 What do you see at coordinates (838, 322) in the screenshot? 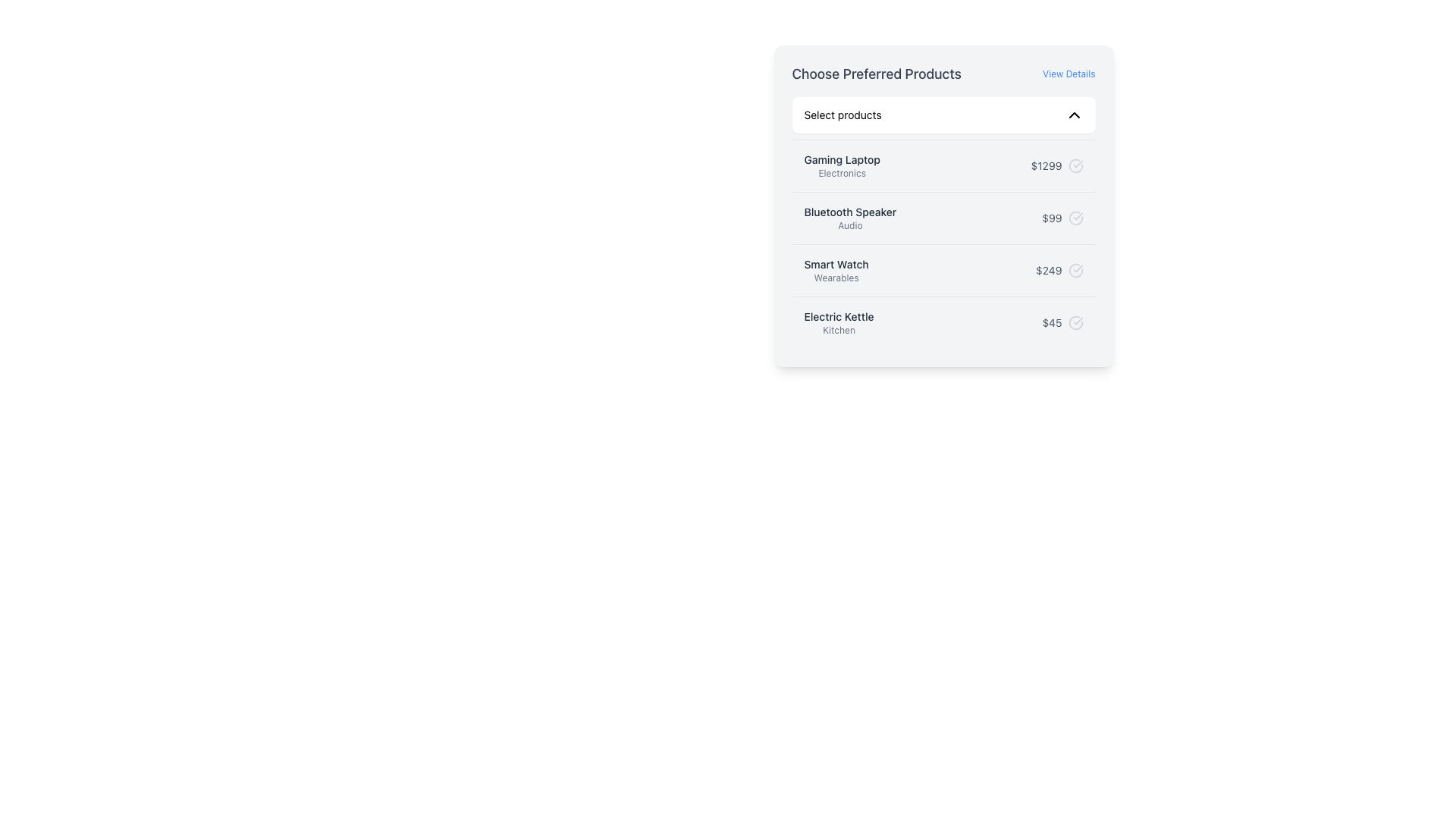
I see `text label displaying 'Electric Kettle' and 'Kitchen' located in the lower part of the 'Choose Preferred Products' card` at bounding box center [838, 322].